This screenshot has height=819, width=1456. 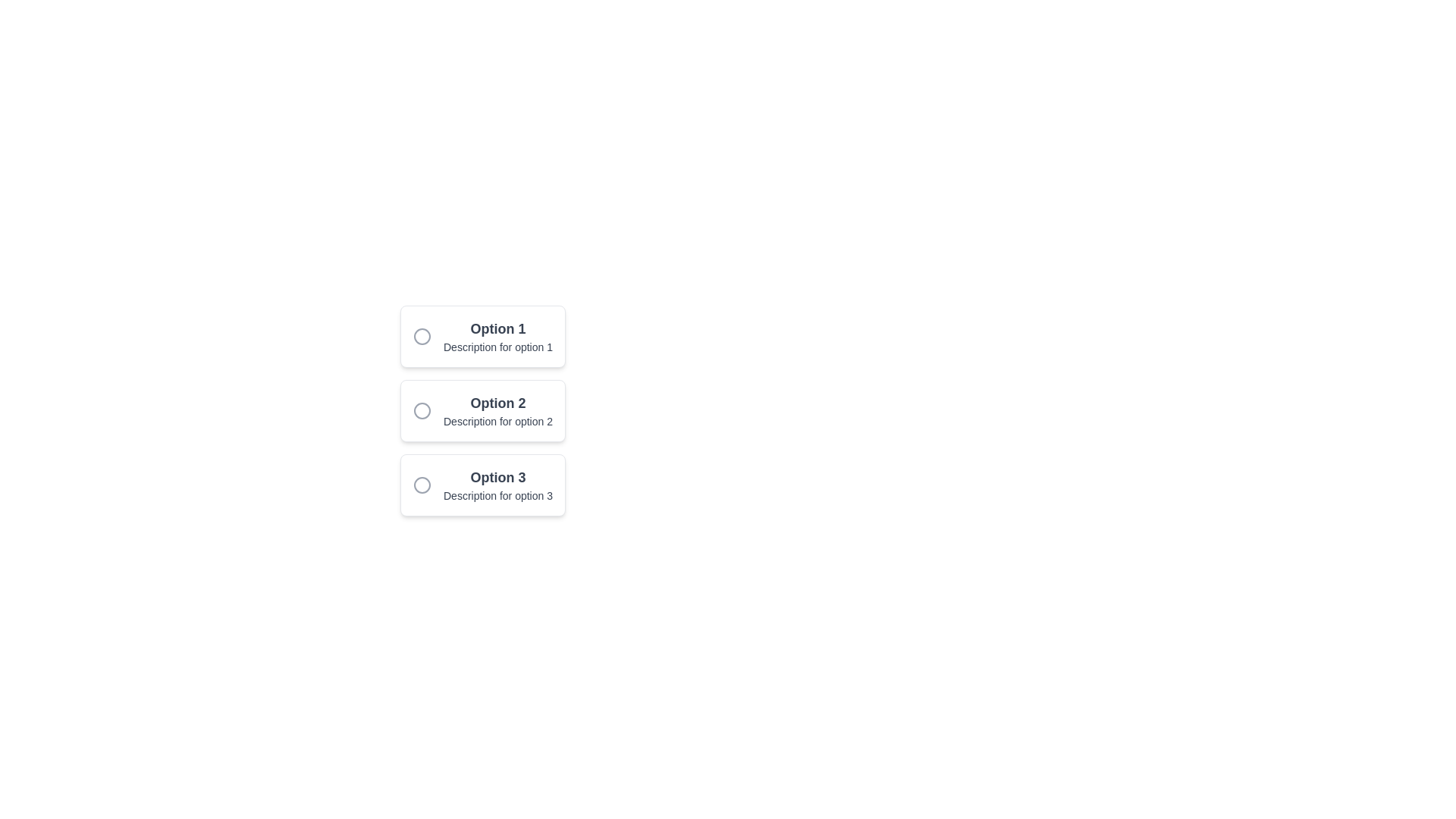 I want to click on the radio button associated with the circular SVG icon styled as a light gray outline located in the second radio button of a vertical list of three options, so click(x=422, y=411).